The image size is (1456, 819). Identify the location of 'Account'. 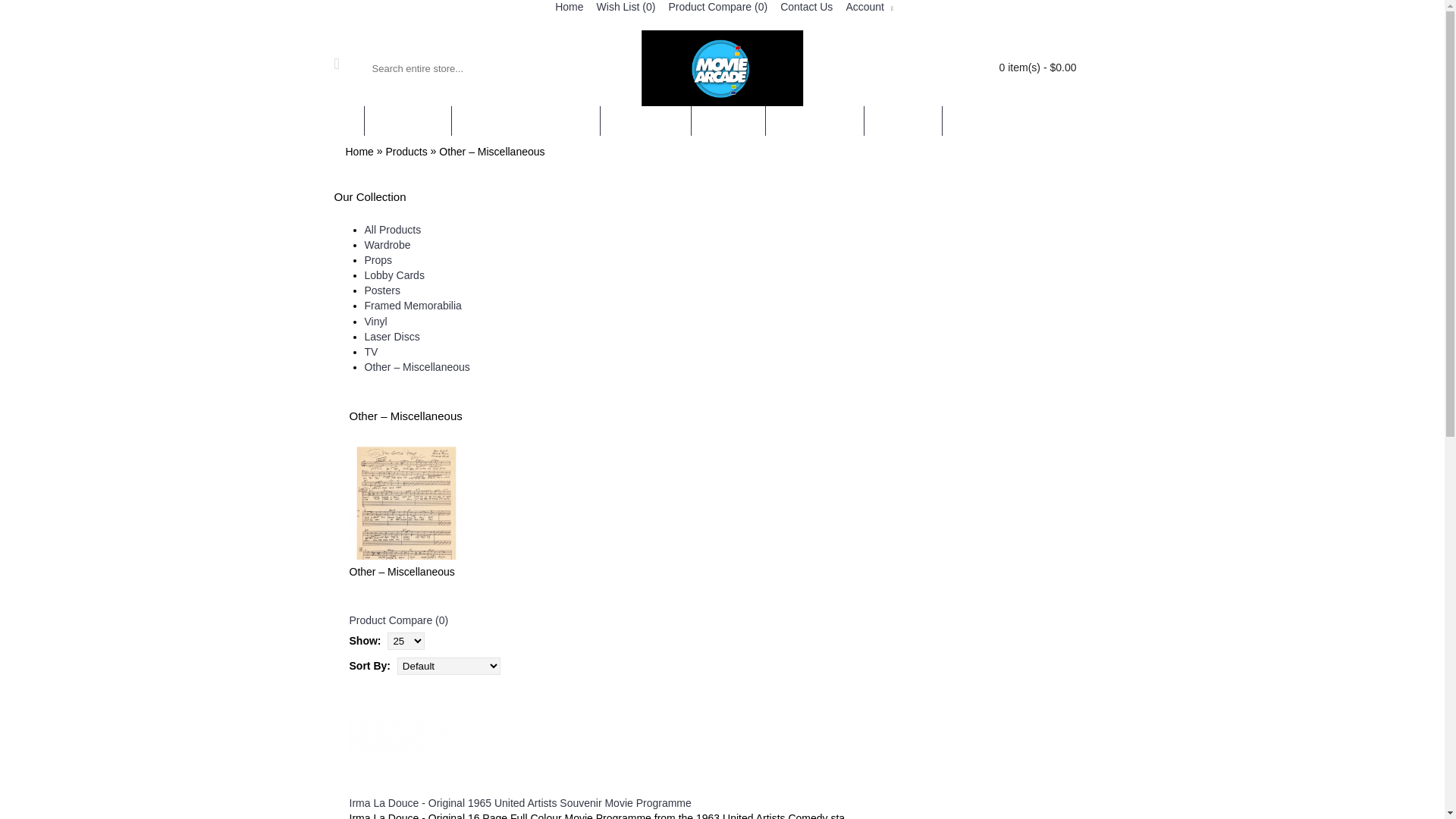
(867, 8).